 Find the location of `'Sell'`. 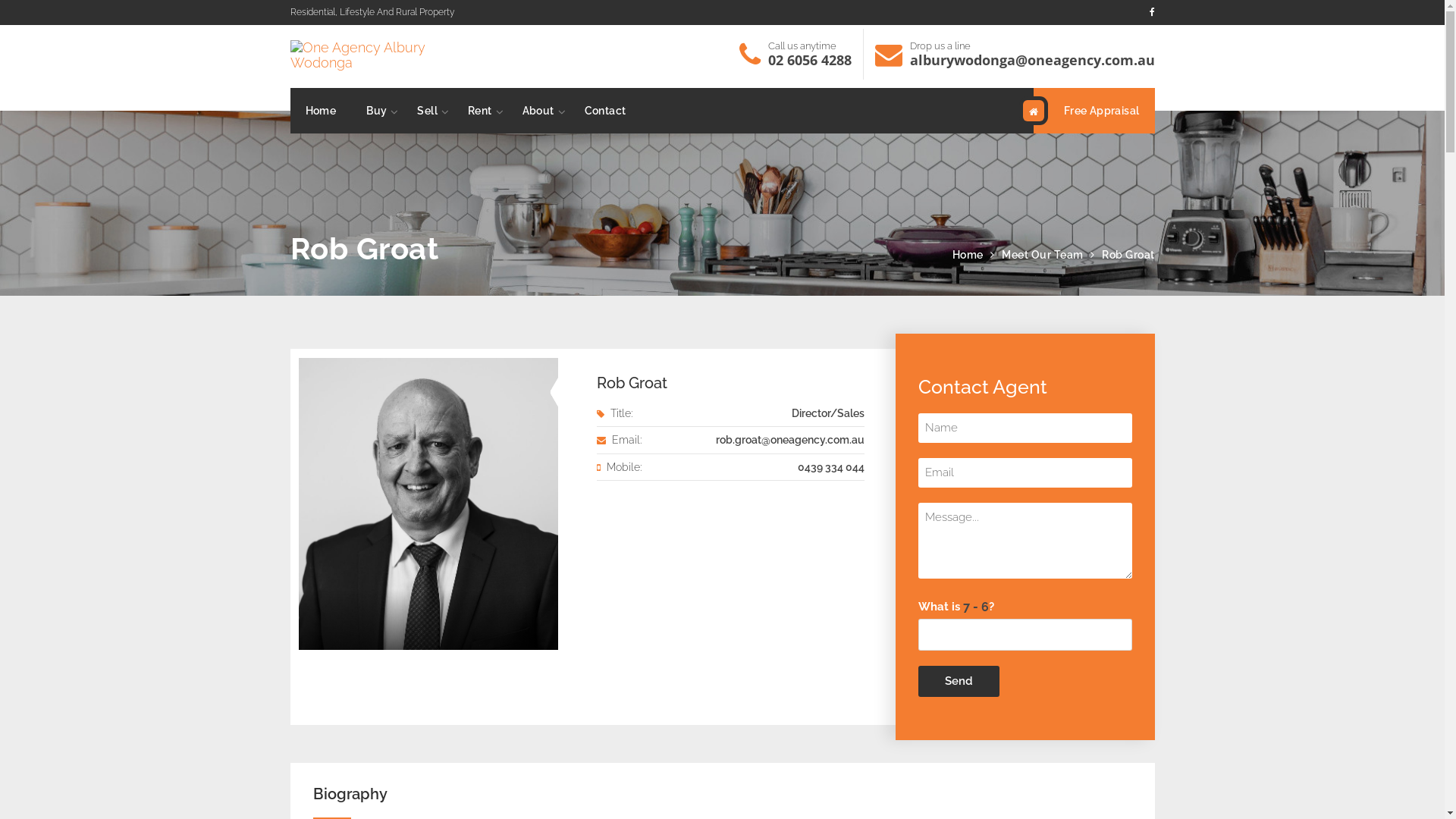

'Sell' is located at coordinates (426, 110).